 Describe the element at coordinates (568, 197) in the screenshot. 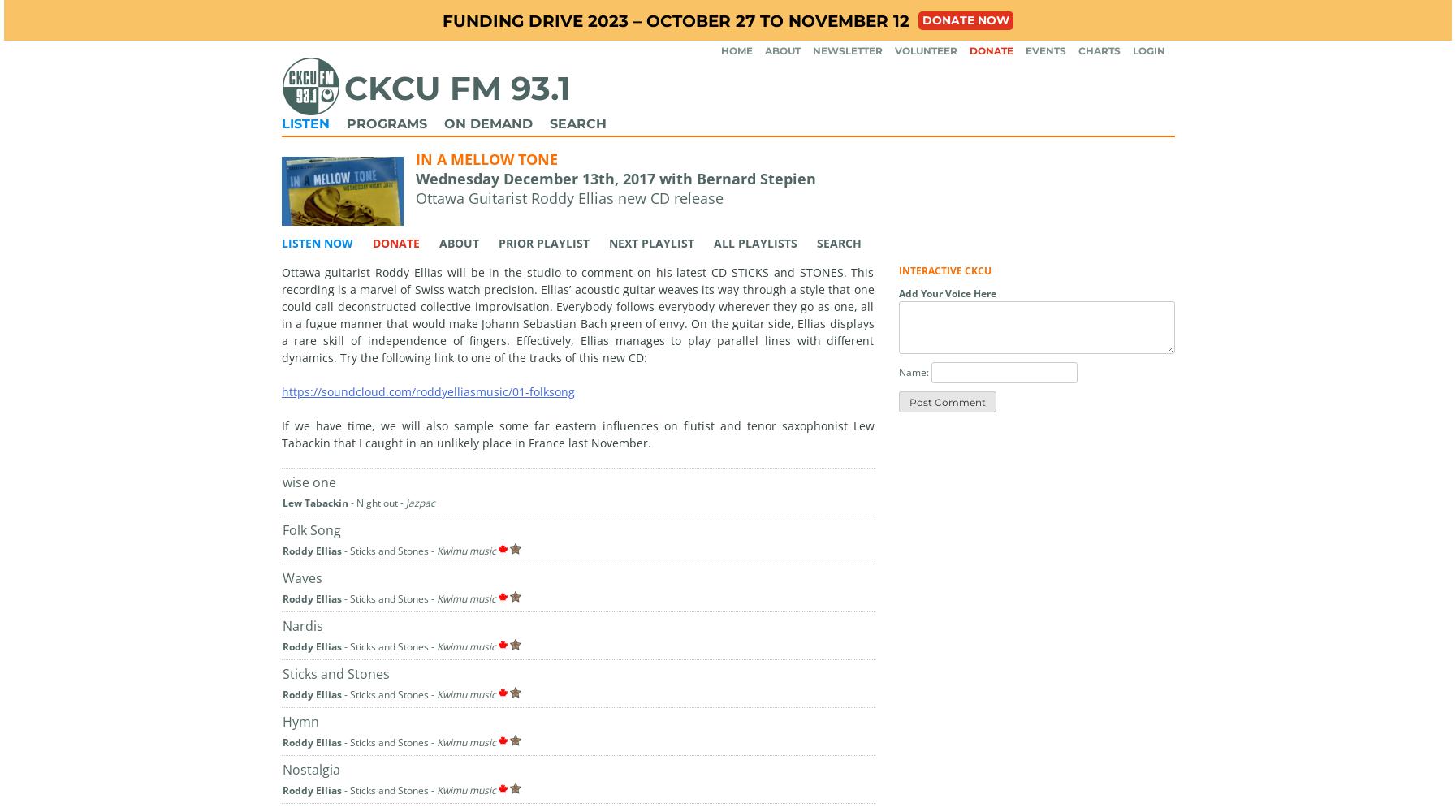

I see `'Ottawa Guitarist Roddy Ellias new CD release'` at that location.